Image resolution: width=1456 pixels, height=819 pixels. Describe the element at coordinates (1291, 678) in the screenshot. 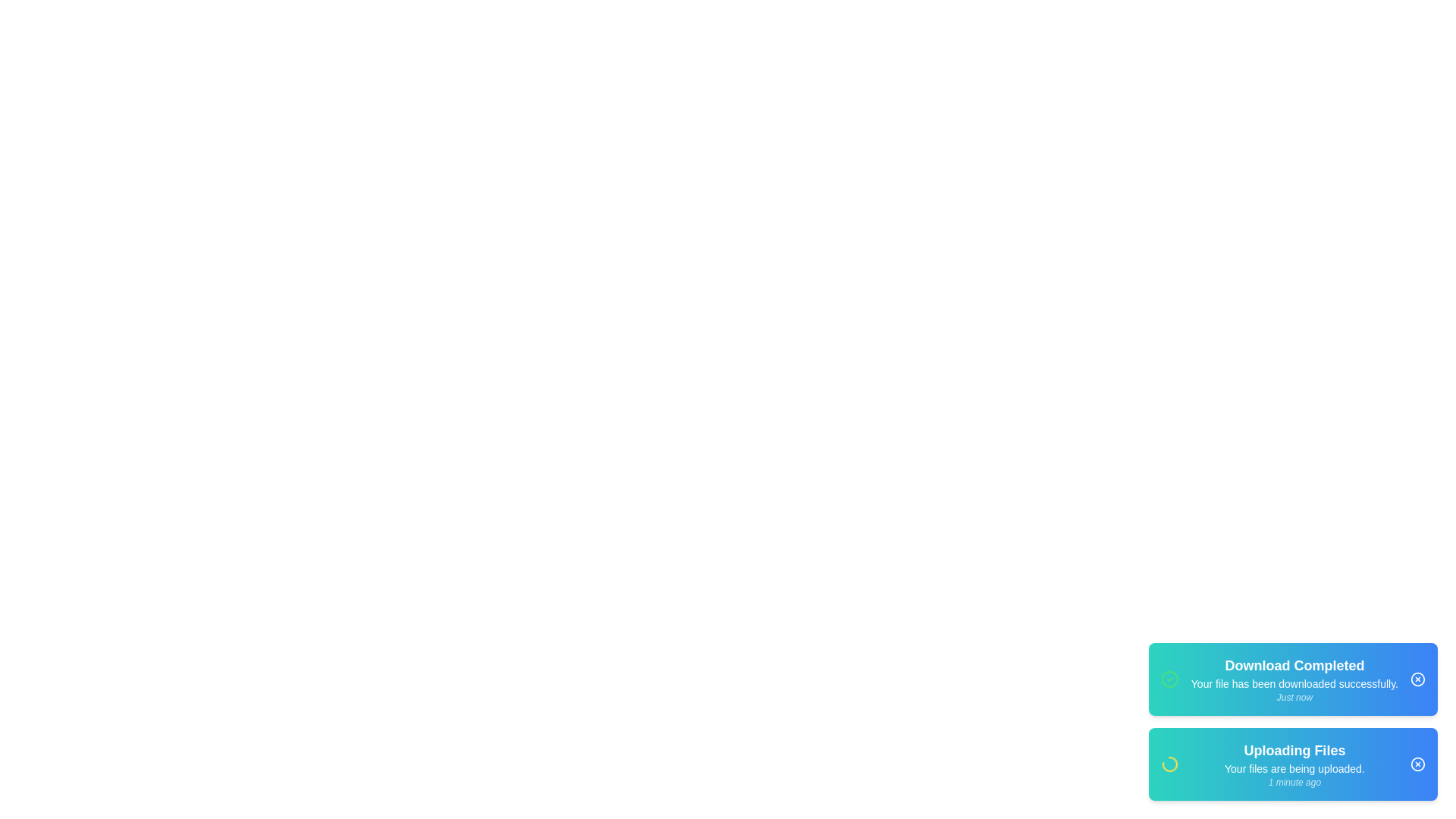

I see `the notification card to read its details` at that location.